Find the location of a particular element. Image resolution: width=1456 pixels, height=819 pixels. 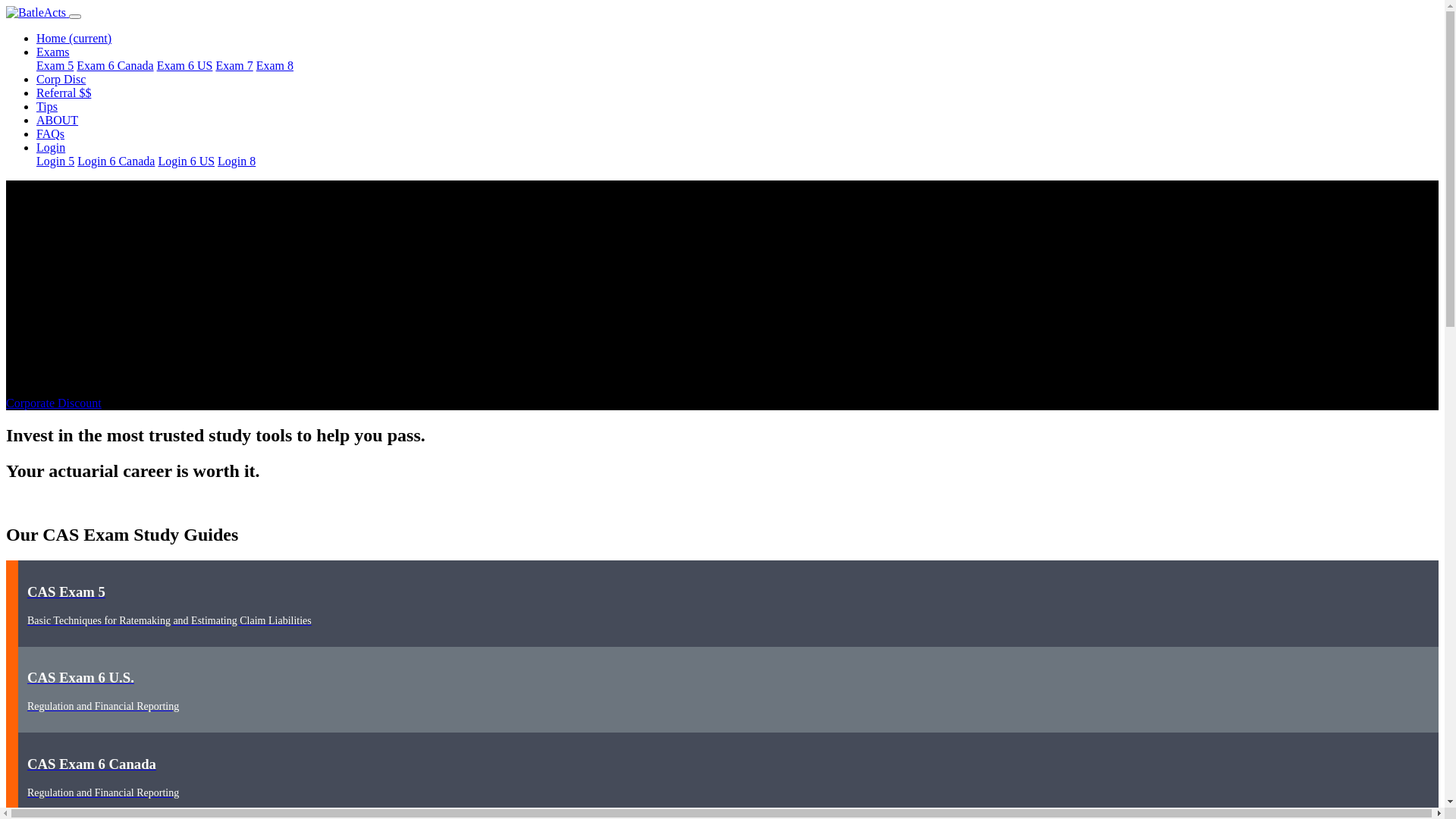

'Corporate Discount' is located at coordinates (54, 402).